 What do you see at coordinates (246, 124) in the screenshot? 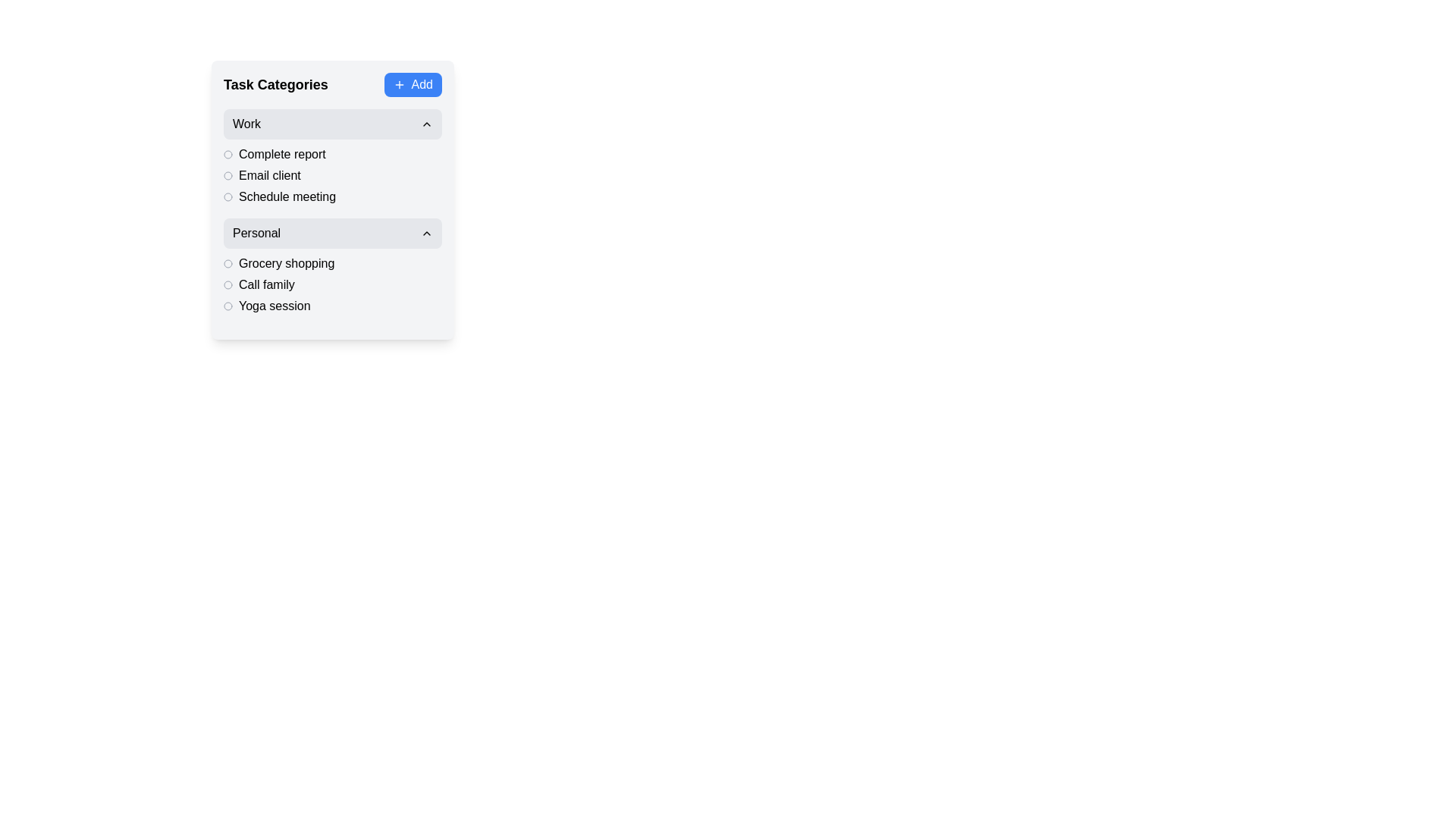
I see `the text label that reads 'Work', which is styled in a standard font and situated within a light gray section with rounded corners, serving as a header for a task category` at bounding box center [246, 124].